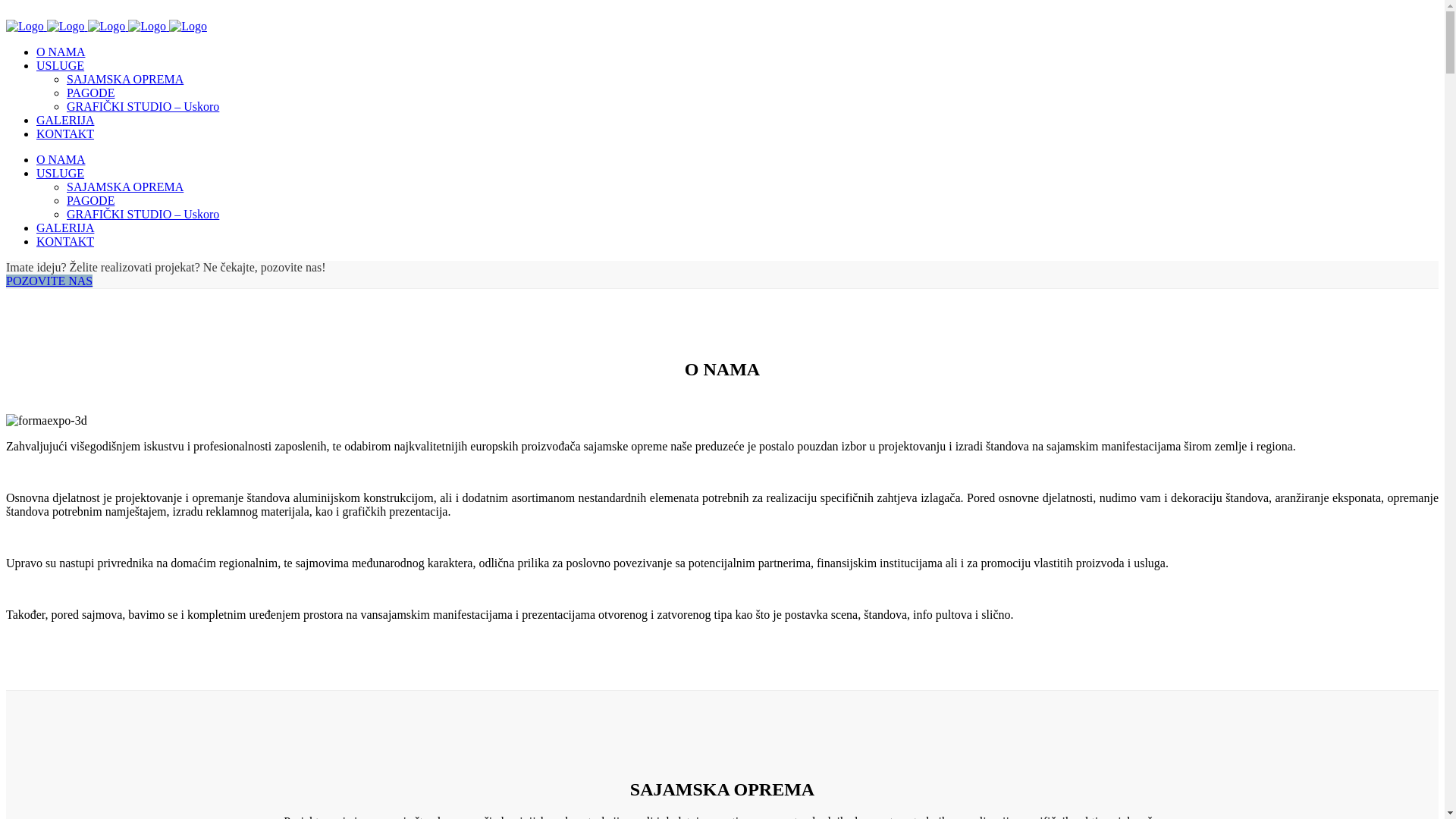  Describe the element at coordinates (89, 199) in the screenshot. I see `'PAGODE'` at that location.